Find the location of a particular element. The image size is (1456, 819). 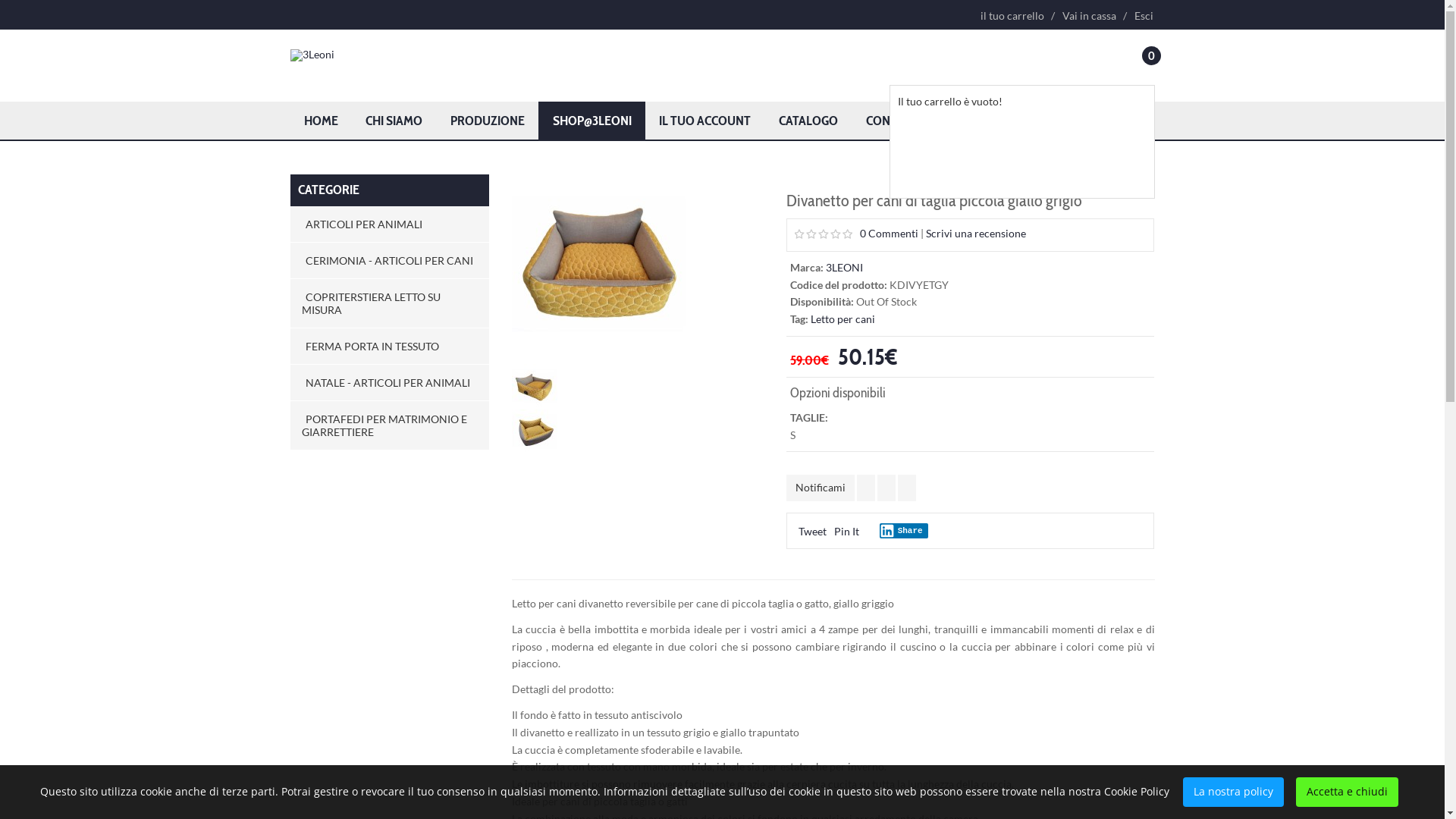

'COPRITERSTIERA LETTO SU MISURA' is located at coordinates (389, 303).